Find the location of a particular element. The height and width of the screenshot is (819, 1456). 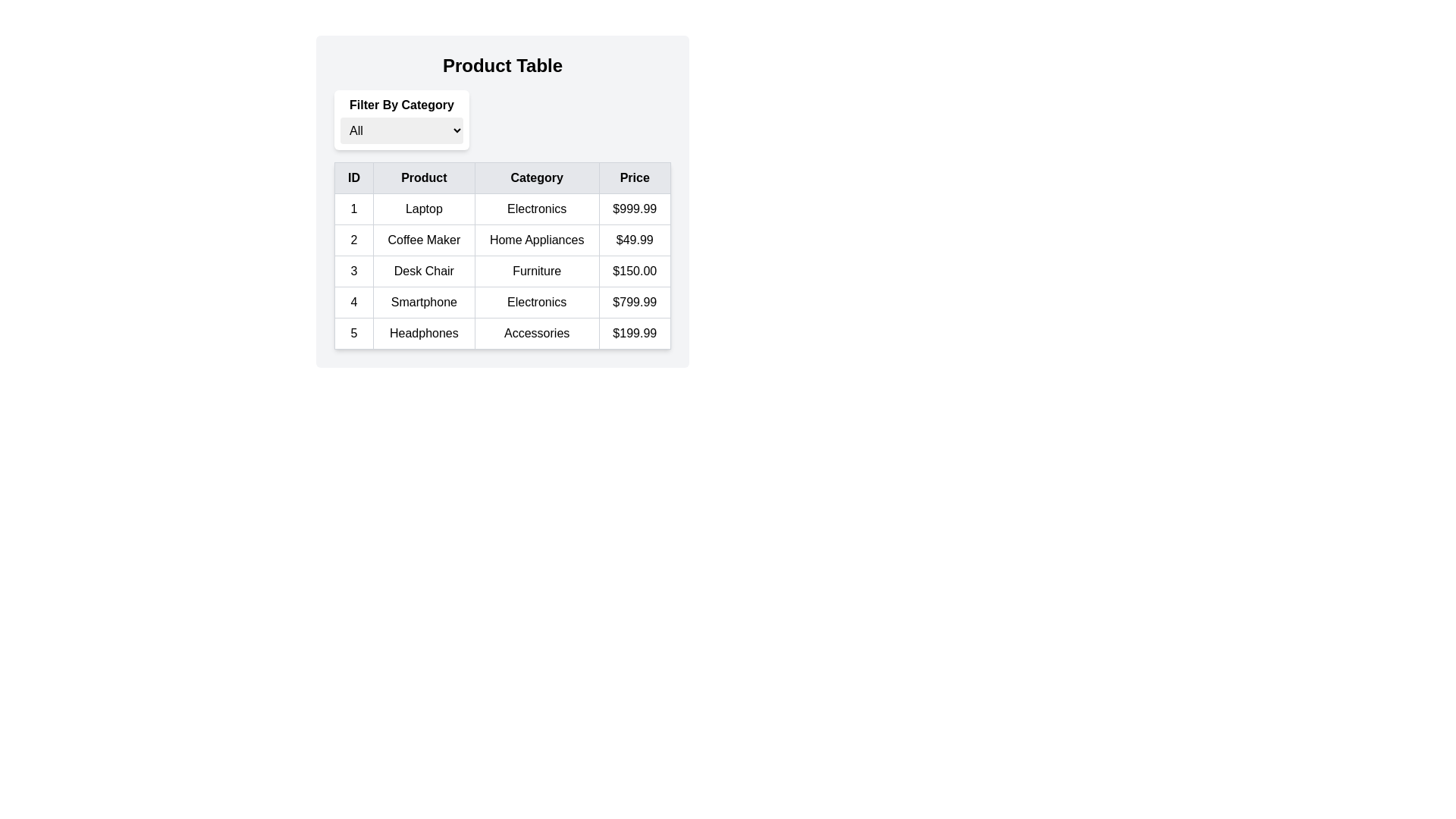

the price label displaying '$150.00', which is the rightmost item in the third row of the table under the 'Price' column is located at coordinates (635, 271).